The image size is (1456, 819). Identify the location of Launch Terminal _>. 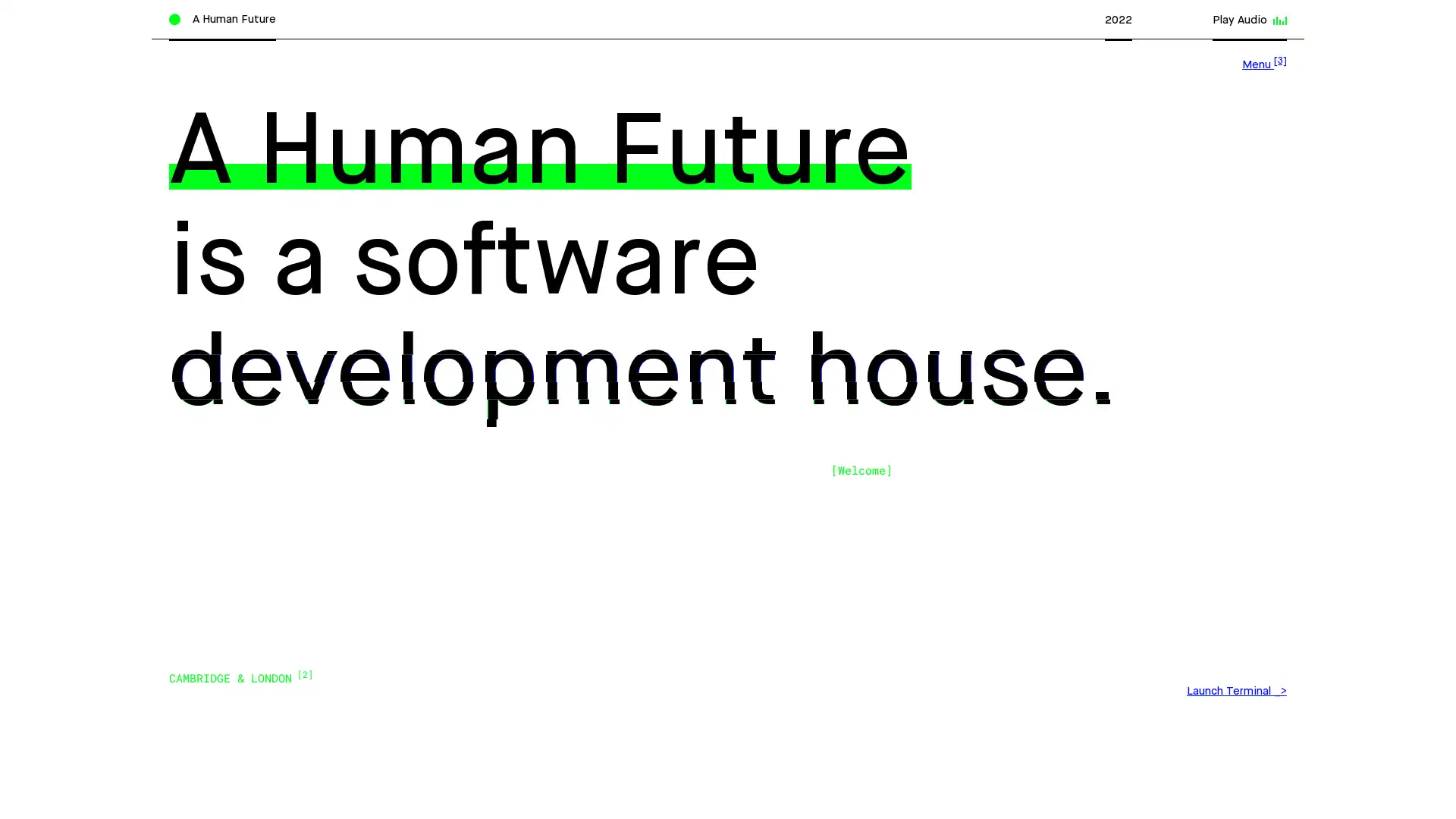
(1236, 691).